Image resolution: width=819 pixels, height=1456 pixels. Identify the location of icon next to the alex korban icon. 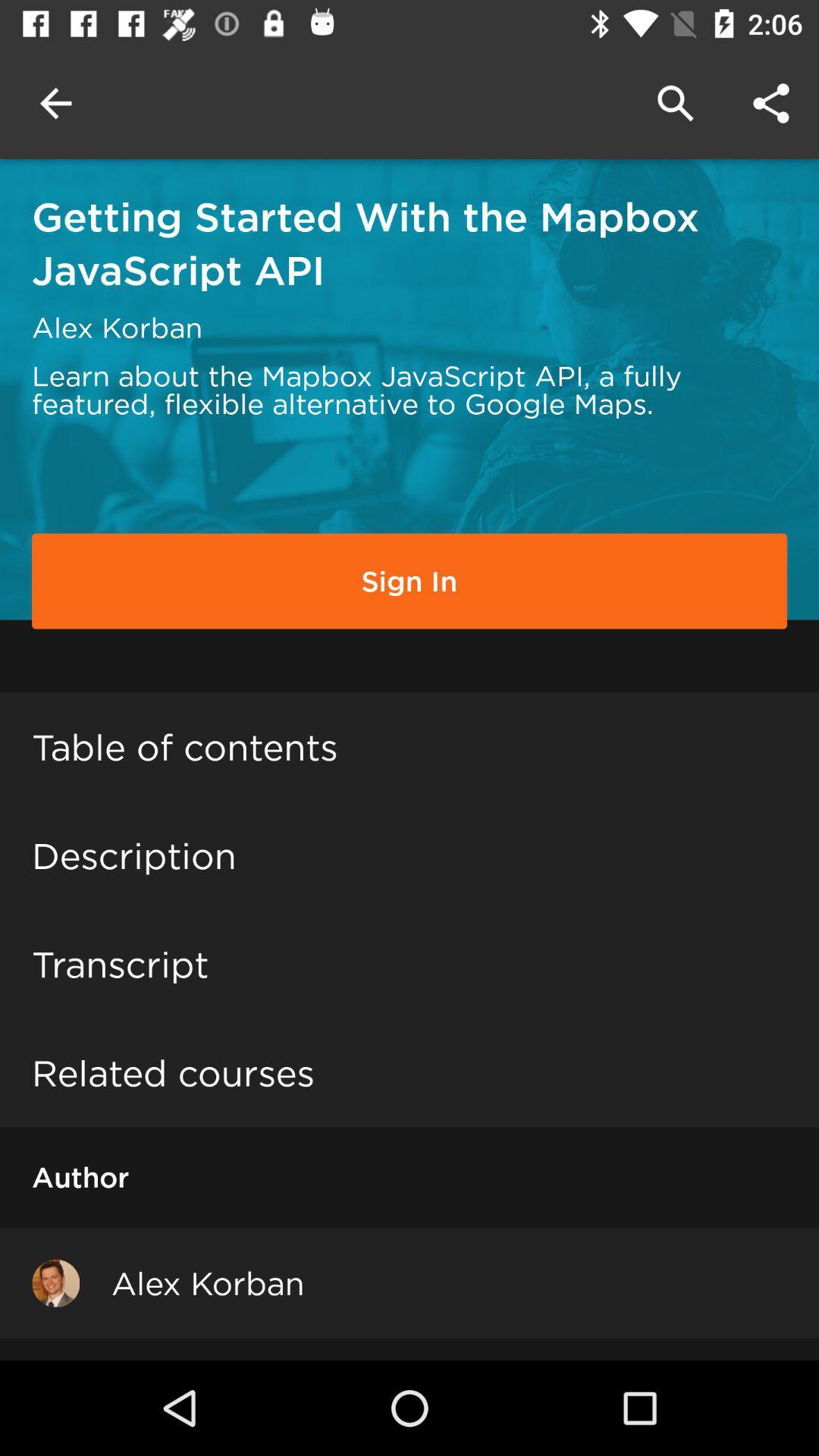
(55, 1282).